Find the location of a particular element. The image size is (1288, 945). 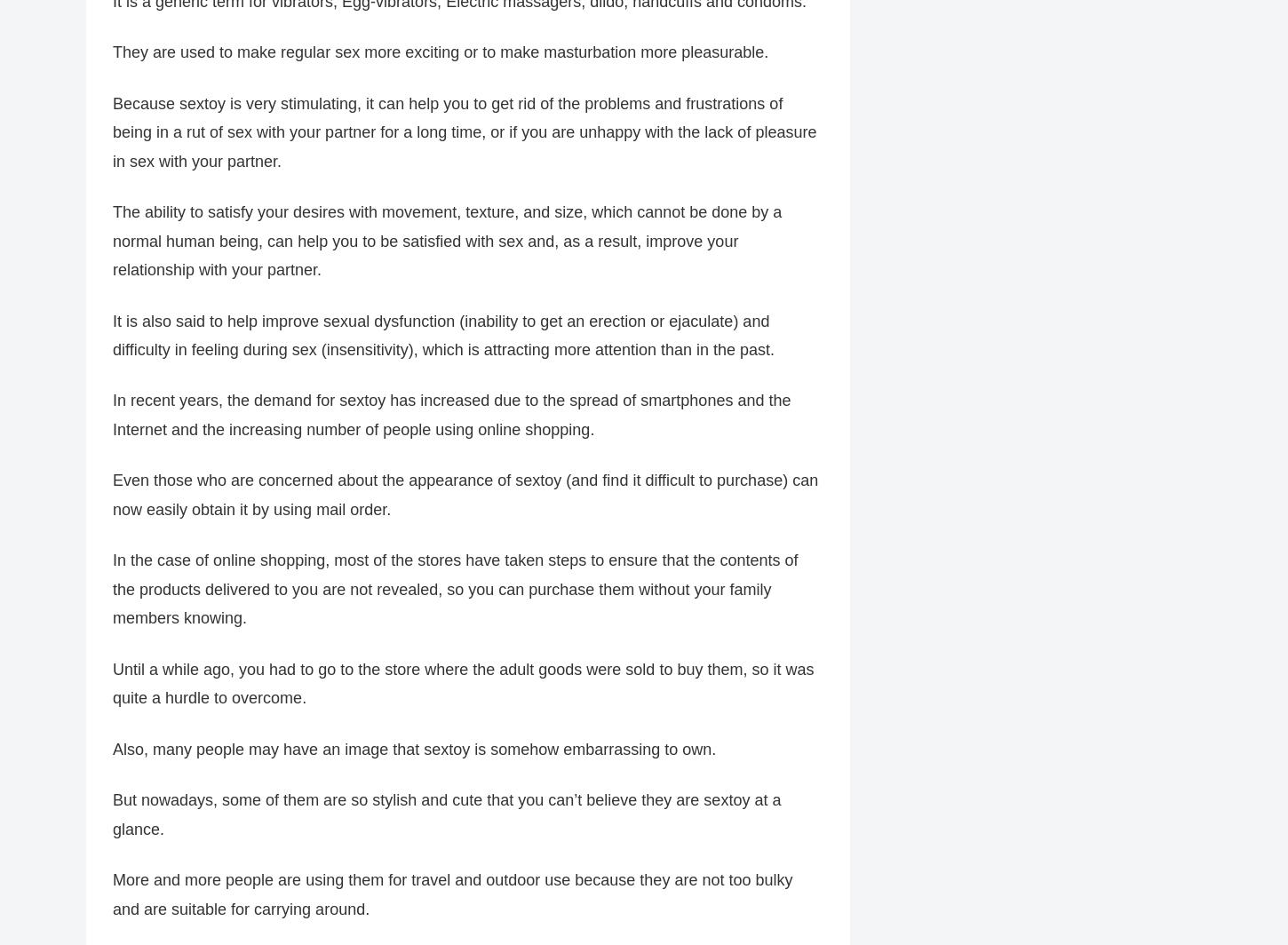

'The ability to satisfy your desires with movement, texture, and size, which cannot be done by a normal human being, can help you to be satisfied with sex and, as a result, improve your relationship with your partner.' is located at coordinates (447, 241).